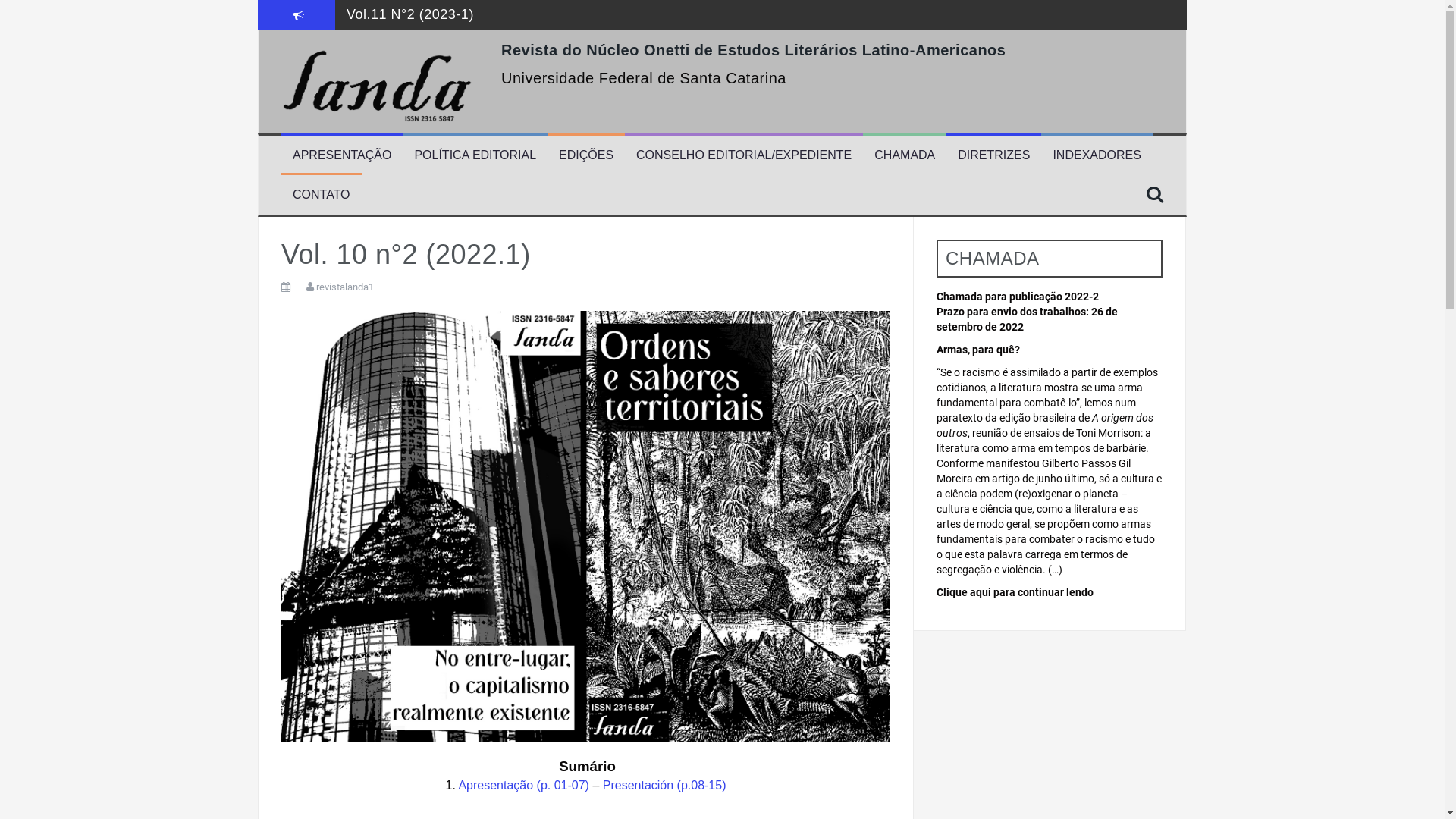  Describe the element at coordinates (315, 287) in the screenshot. I see `'revistalanda1'` at that location.